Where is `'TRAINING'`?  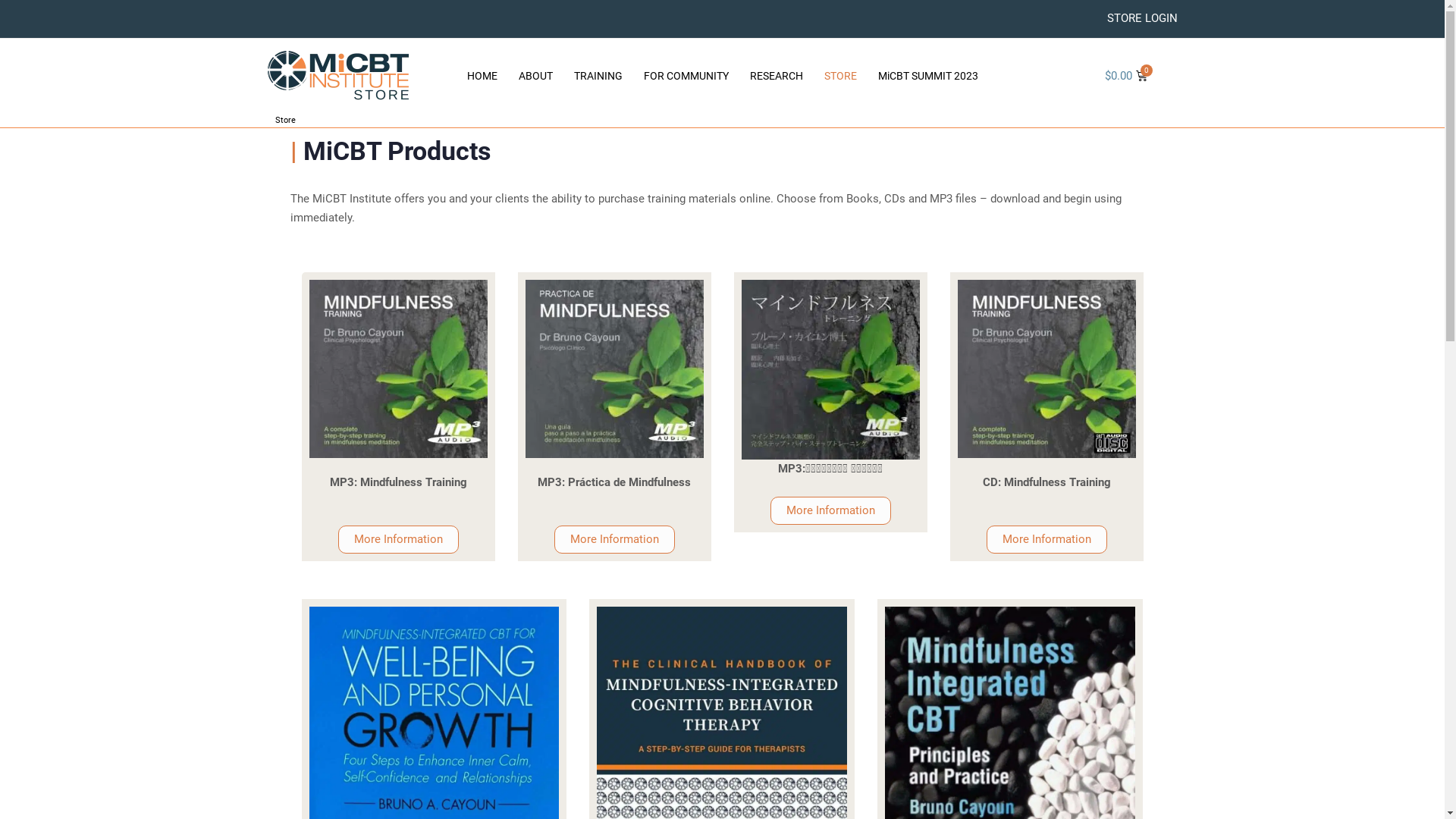
'TRAINING' is located at coordinates (596, 76).